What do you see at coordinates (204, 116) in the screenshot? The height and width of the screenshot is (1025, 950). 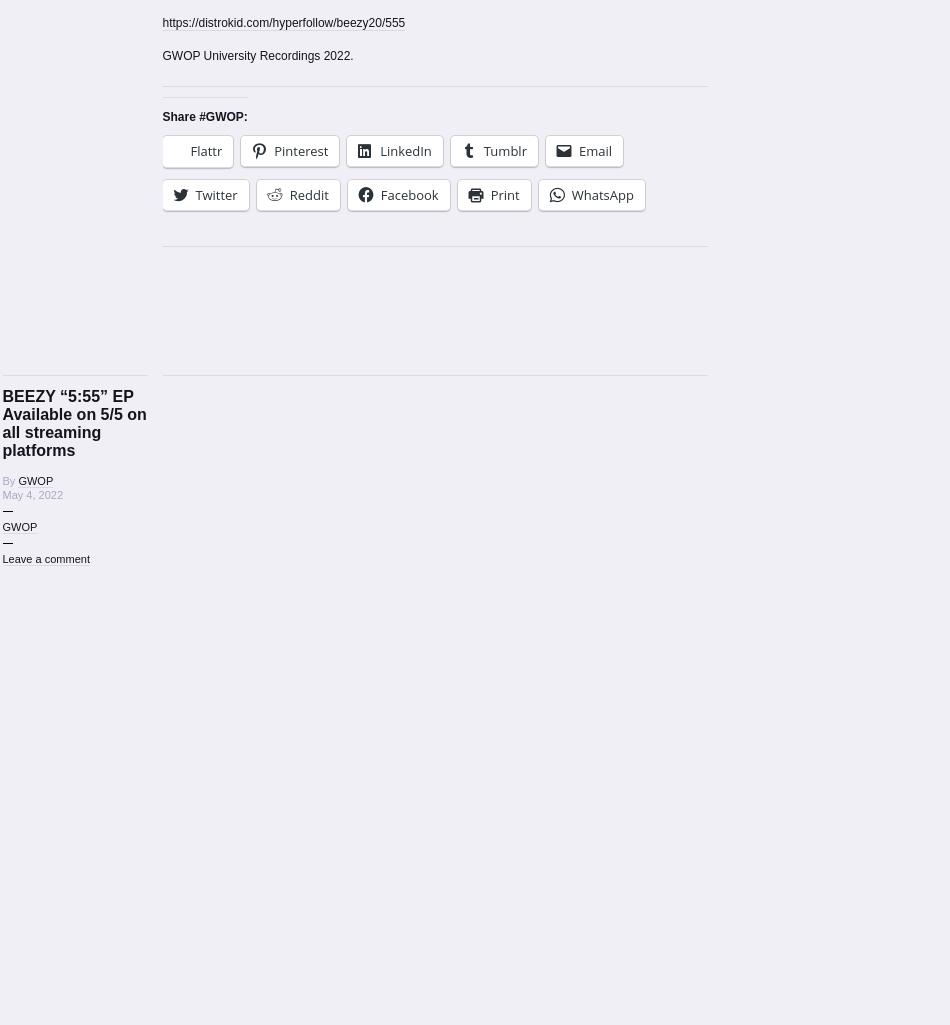 I see `'Share #GWOP:'` at bounding box center [204, 116].